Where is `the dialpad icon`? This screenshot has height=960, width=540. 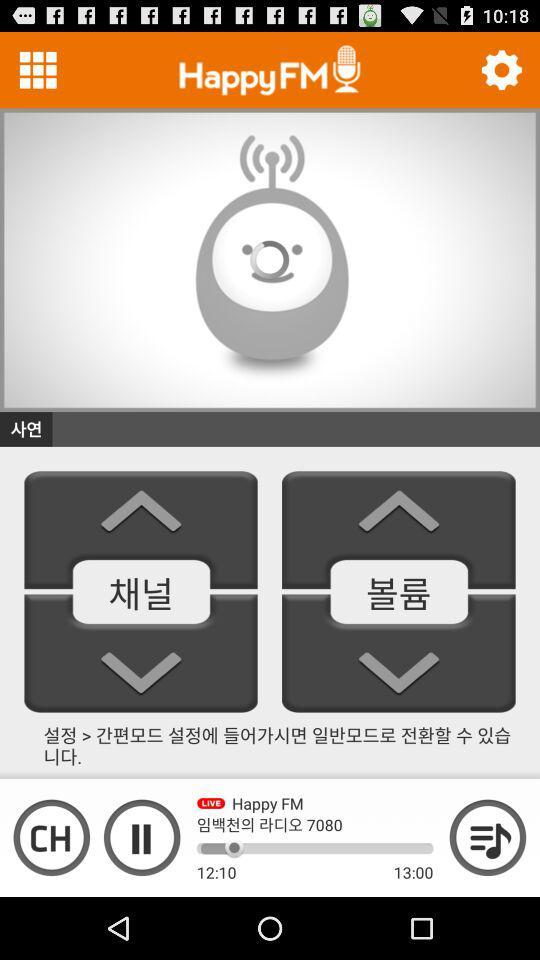 the dialpad icon is located at coordinates (38, 74).